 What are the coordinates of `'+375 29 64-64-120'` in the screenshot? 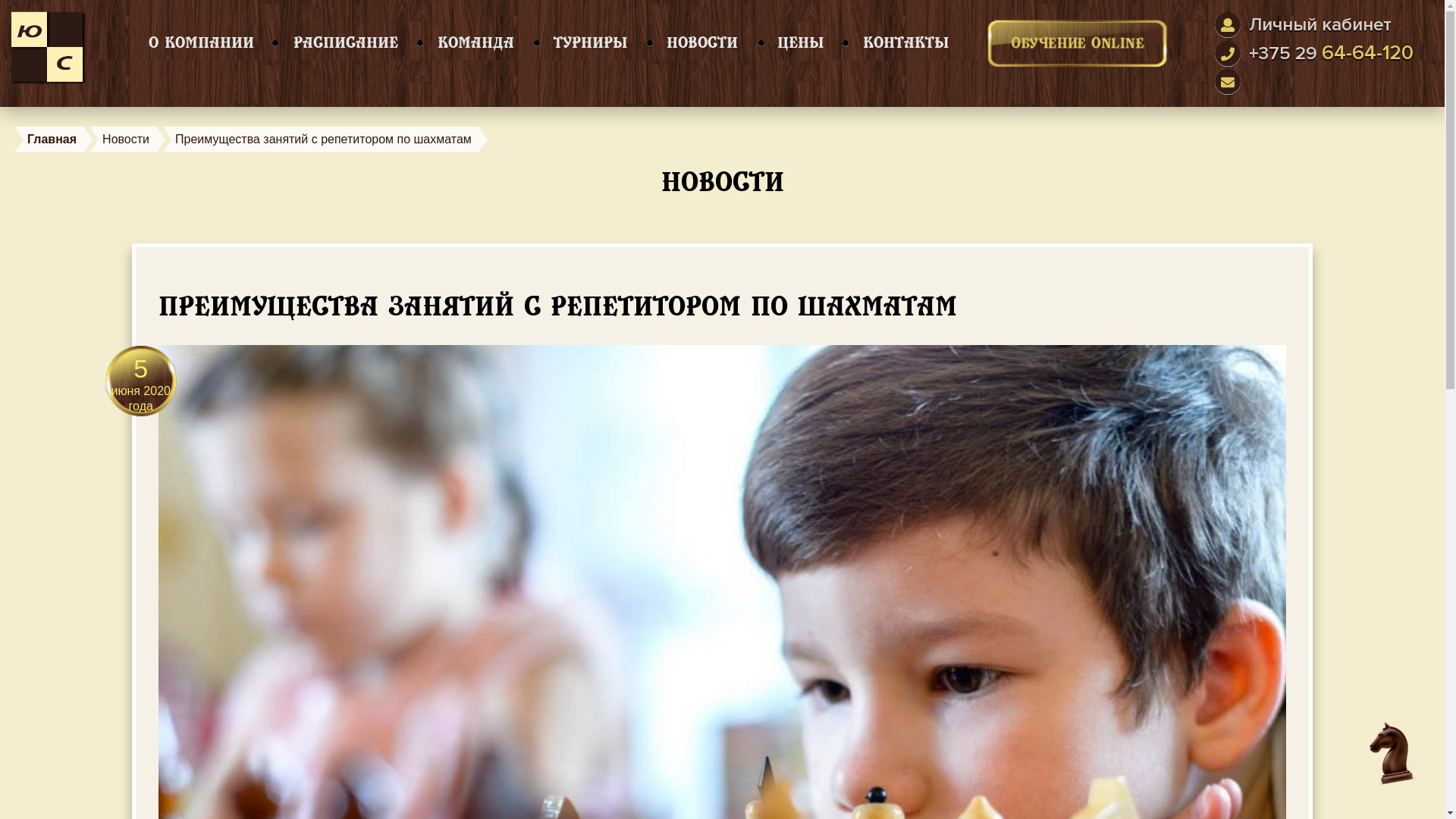 It's located at (1330, 52).